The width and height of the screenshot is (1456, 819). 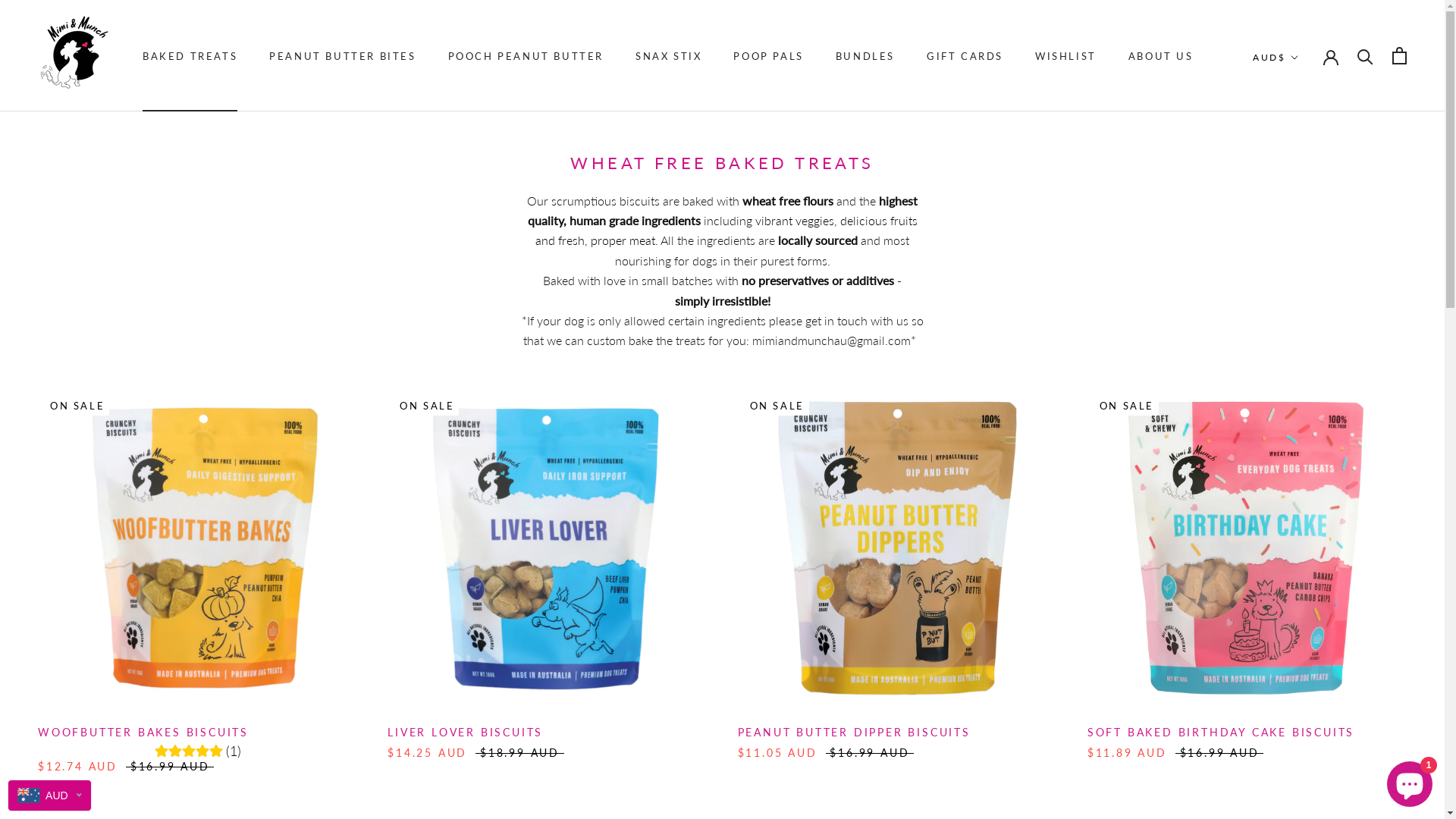 What do you see at coordinates (1160, 55) in the screenshot?
I see `'ABOUT US'` at bounding box center [1160, 55].